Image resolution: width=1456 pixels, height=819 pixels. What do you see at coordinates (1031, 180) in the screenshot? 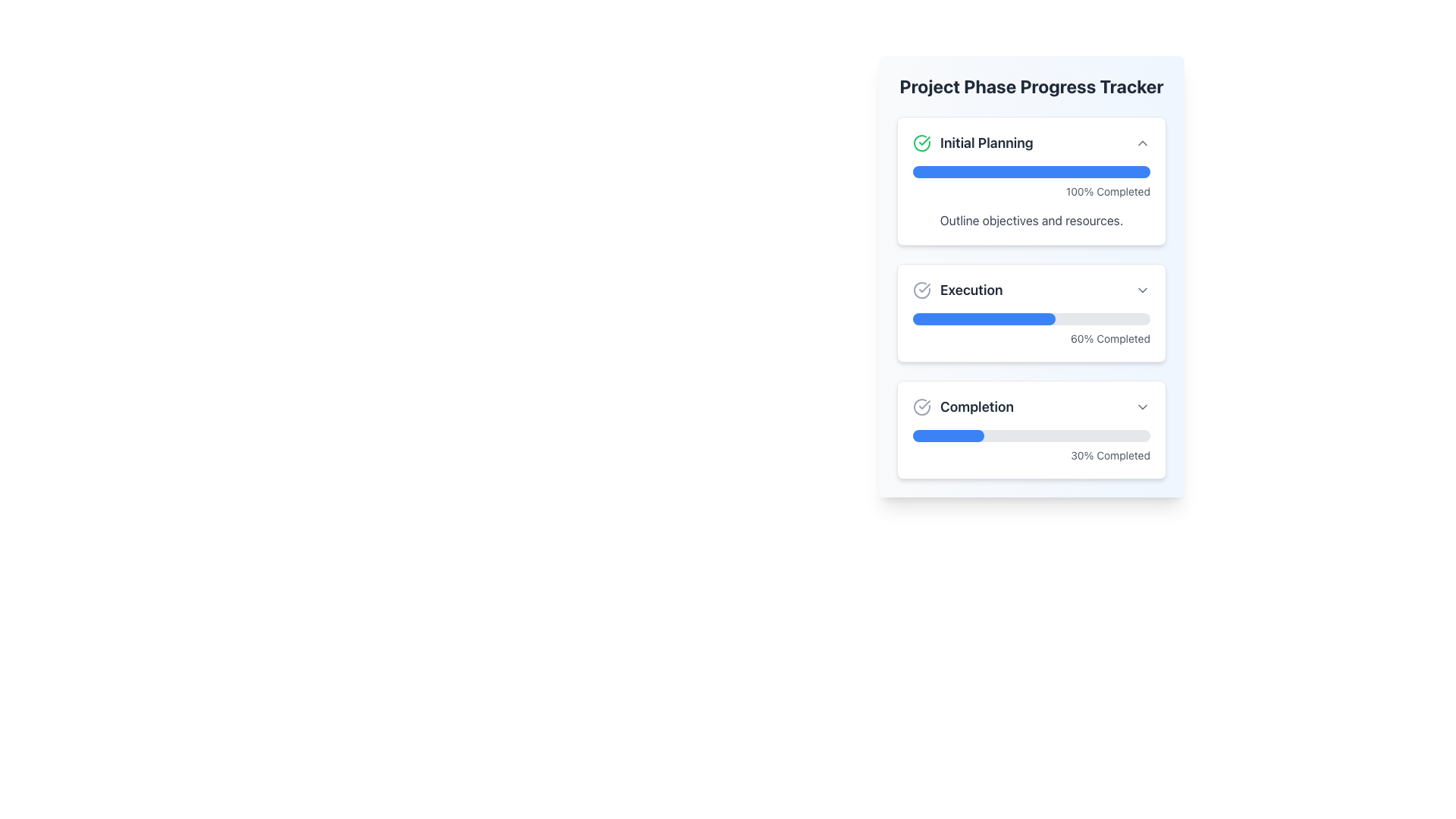
I see `the 'Initial Planning' Informative Panel at the top of the list to visualize the progress` at bounding box center [1031, 180].